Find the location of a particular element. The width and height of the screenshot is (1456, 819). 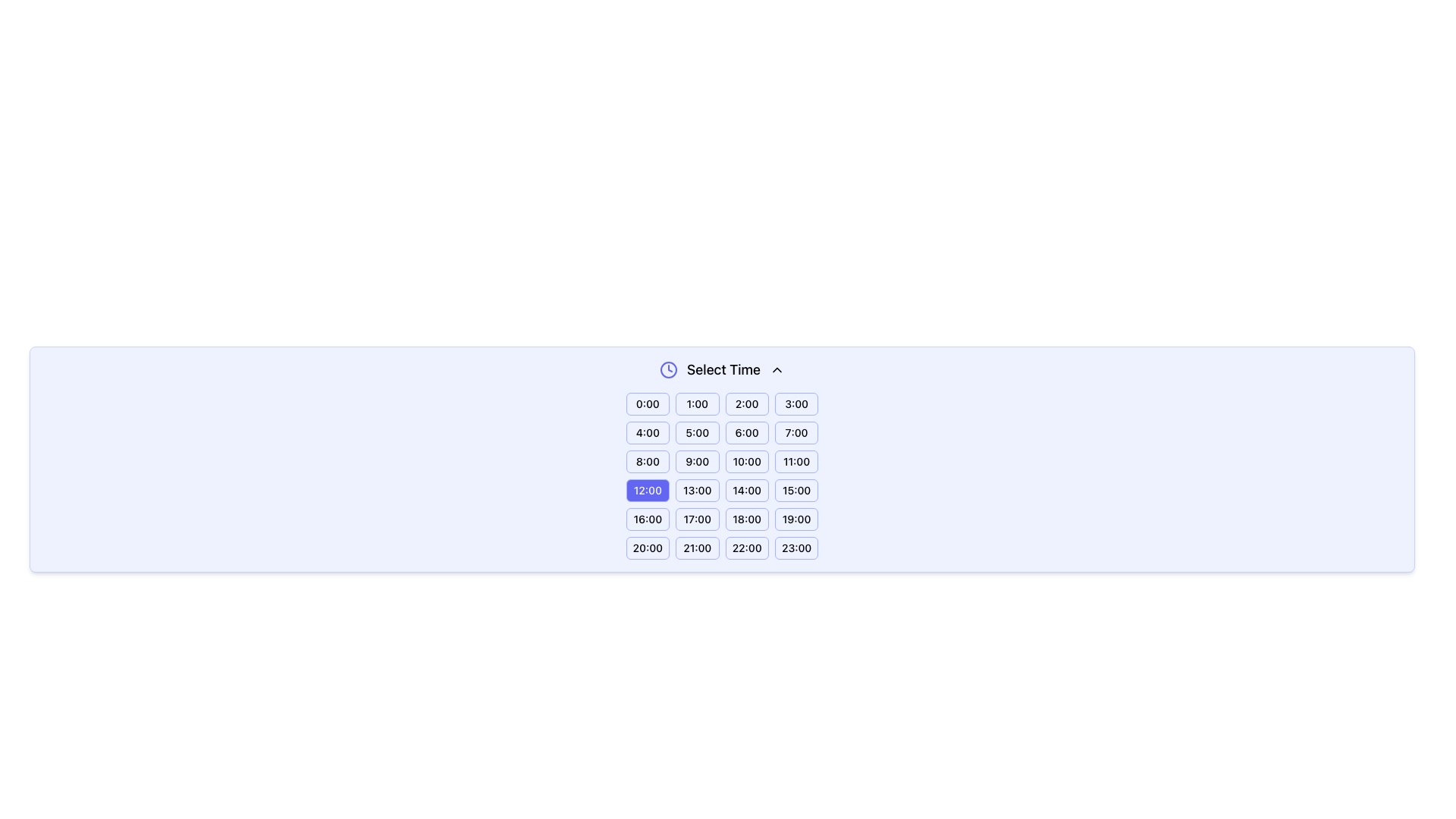

the time selection button representing 0:00, located in the top left corner of the grid layout of time-selector buttons is located at coordinates (648, 403).